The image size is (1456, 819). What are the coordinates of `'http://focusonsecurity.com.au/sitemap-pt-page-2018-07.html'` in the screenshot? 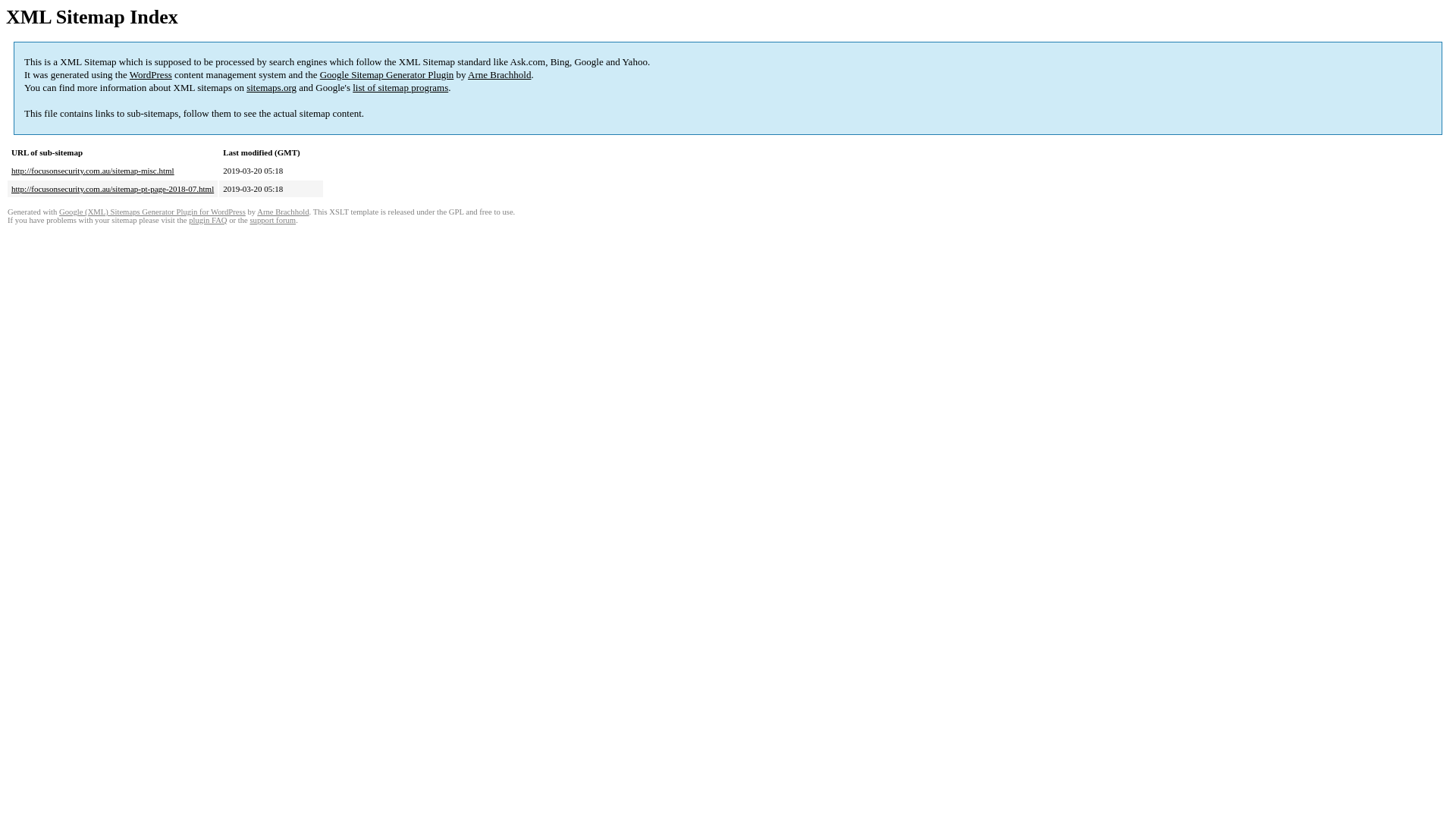 It's located at (111, 188).